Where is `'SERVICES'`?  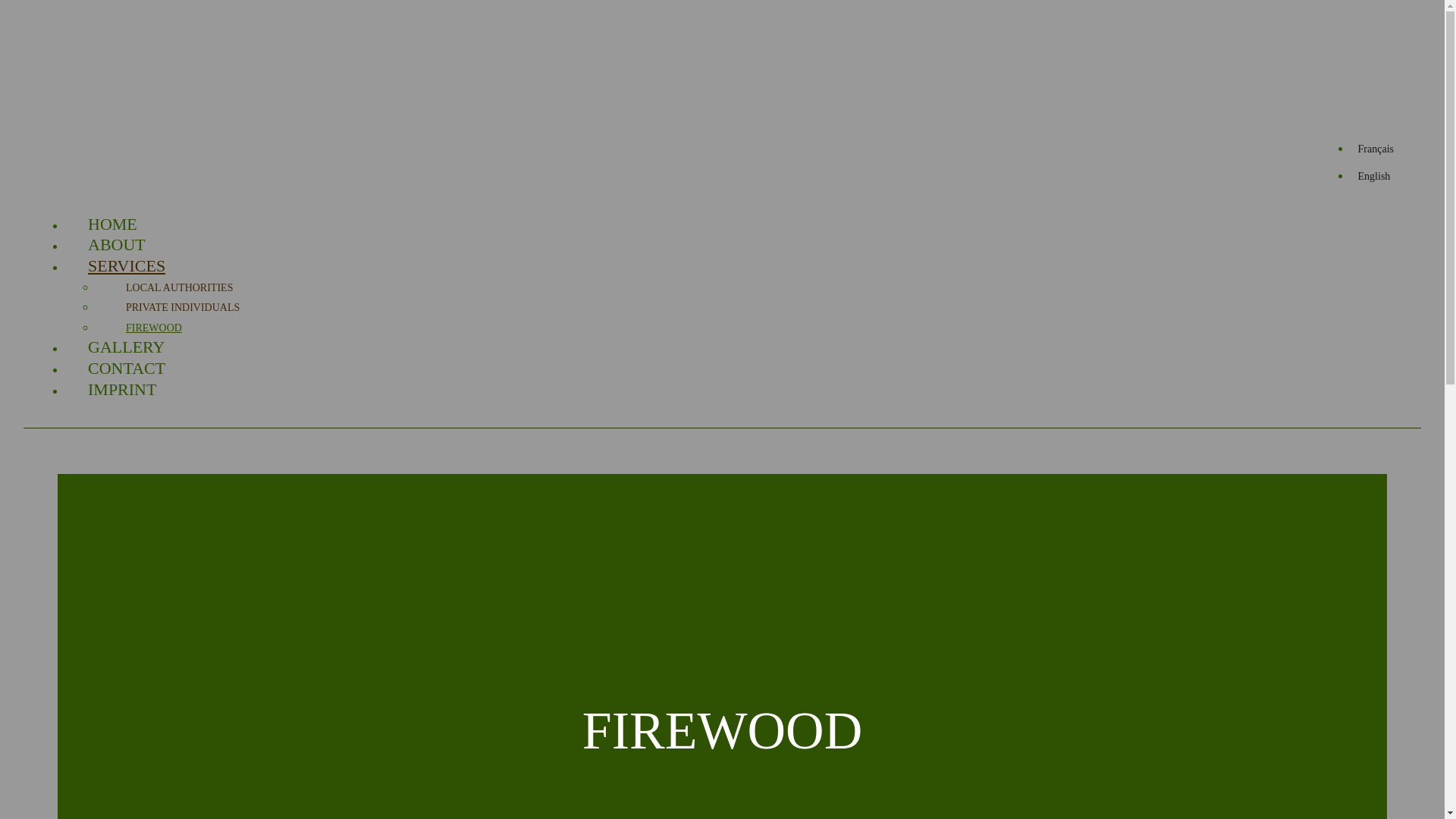 'SERVICES' is located at coordinates (127, 265).